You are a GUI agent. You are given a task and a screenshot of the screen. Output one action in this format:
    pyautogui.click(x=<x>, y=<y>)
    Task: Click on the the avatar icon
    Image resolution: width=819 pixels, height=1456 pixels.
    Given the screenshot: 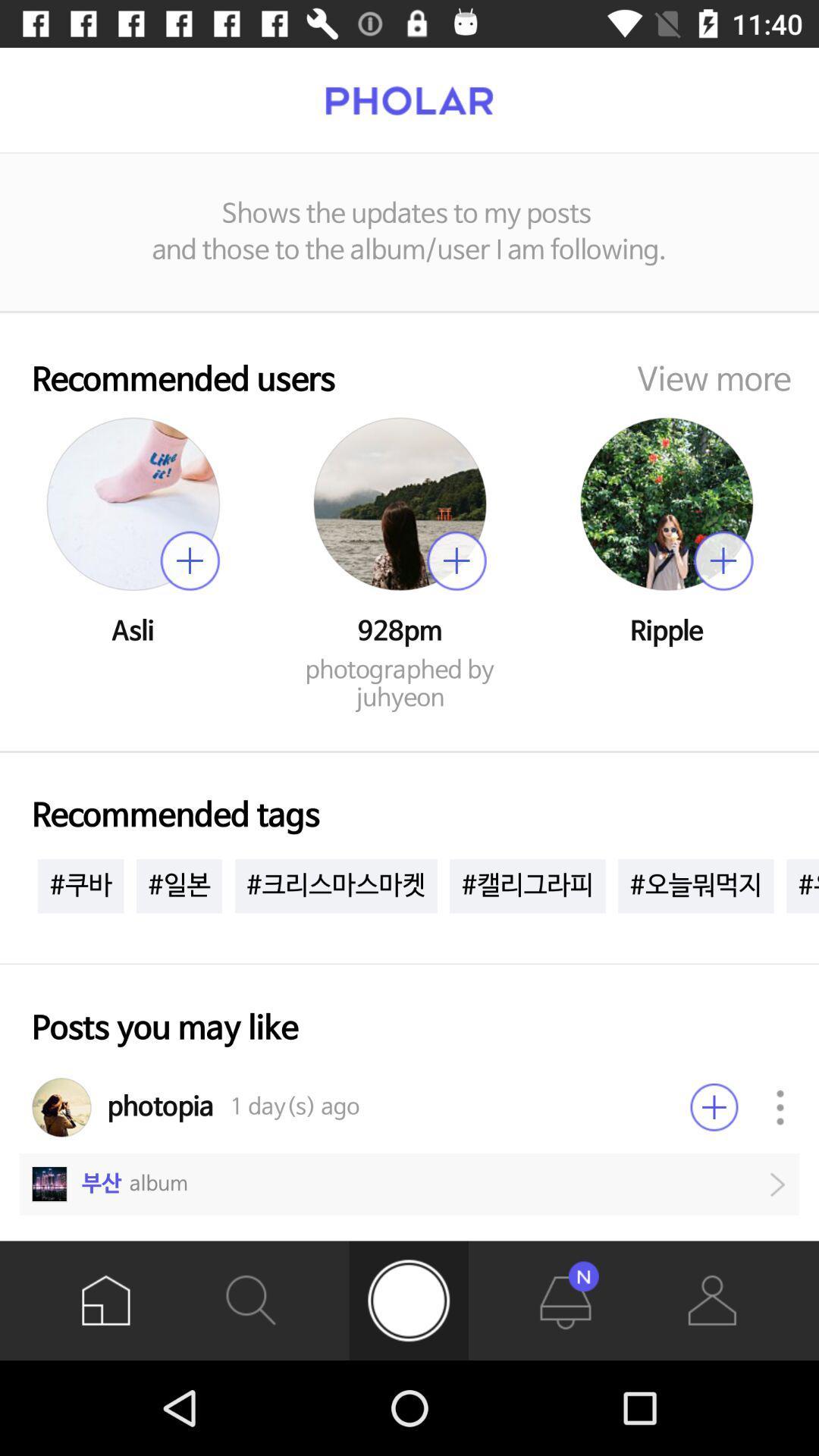 What is the action you would take?
    pyautogui.click(x=712, y=1299)
    